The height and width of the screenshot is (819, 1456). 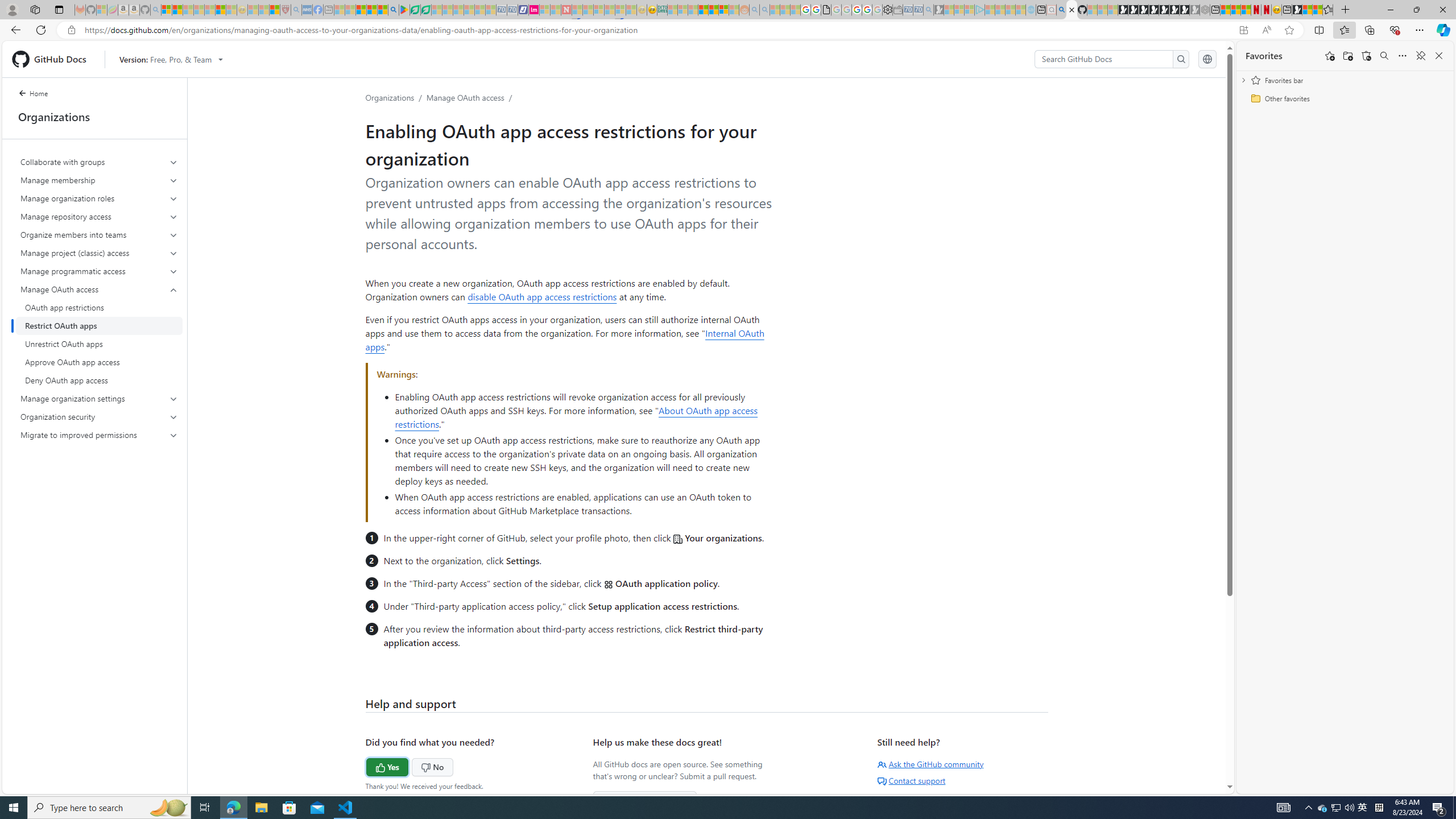 What do you see at coordinates (35, 9) in the screenshot?
I see `'Workspaces'` at bounding box center [35, 9].